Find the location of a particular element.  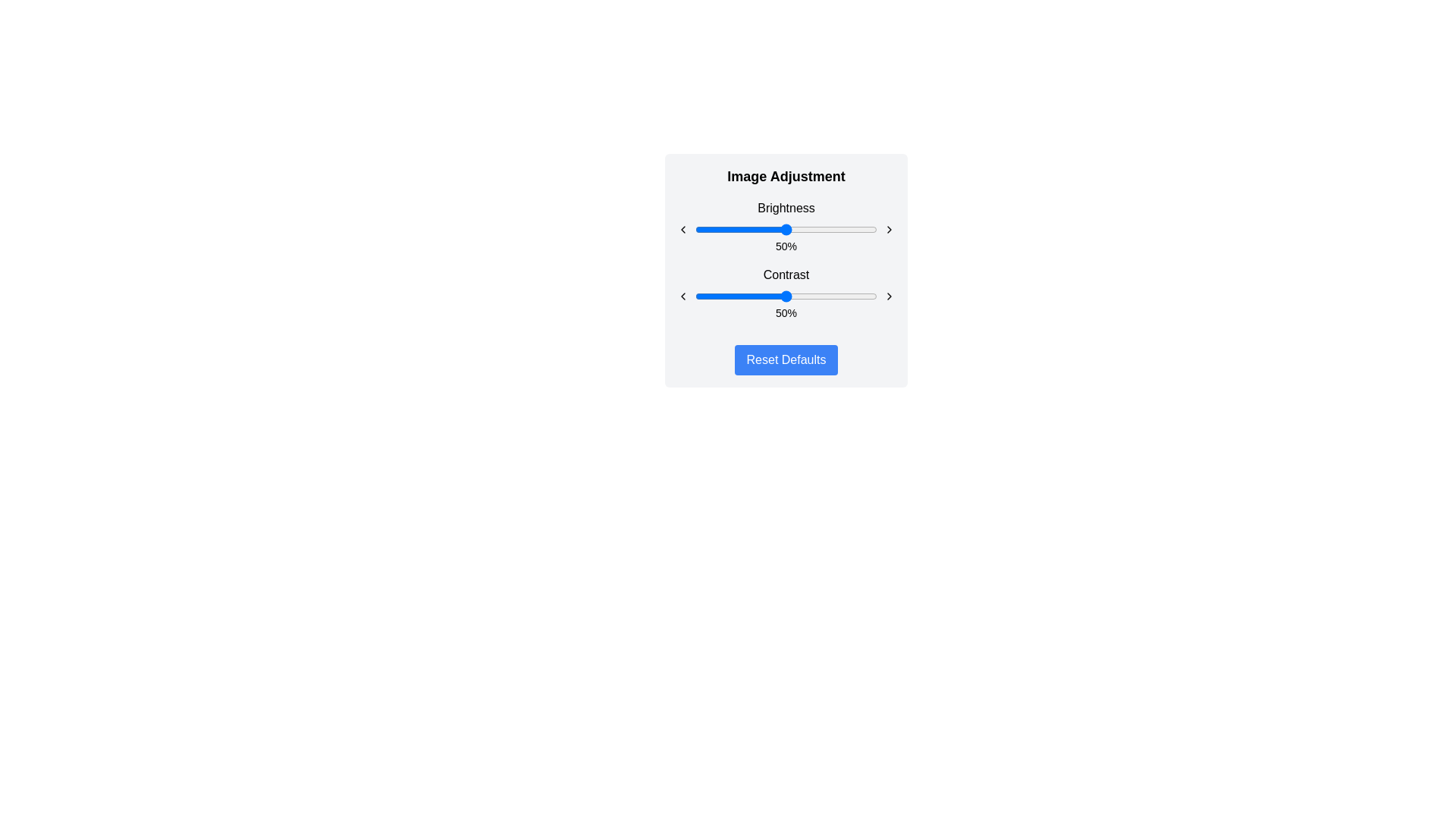

brightness is located at coordinates (858, 230).